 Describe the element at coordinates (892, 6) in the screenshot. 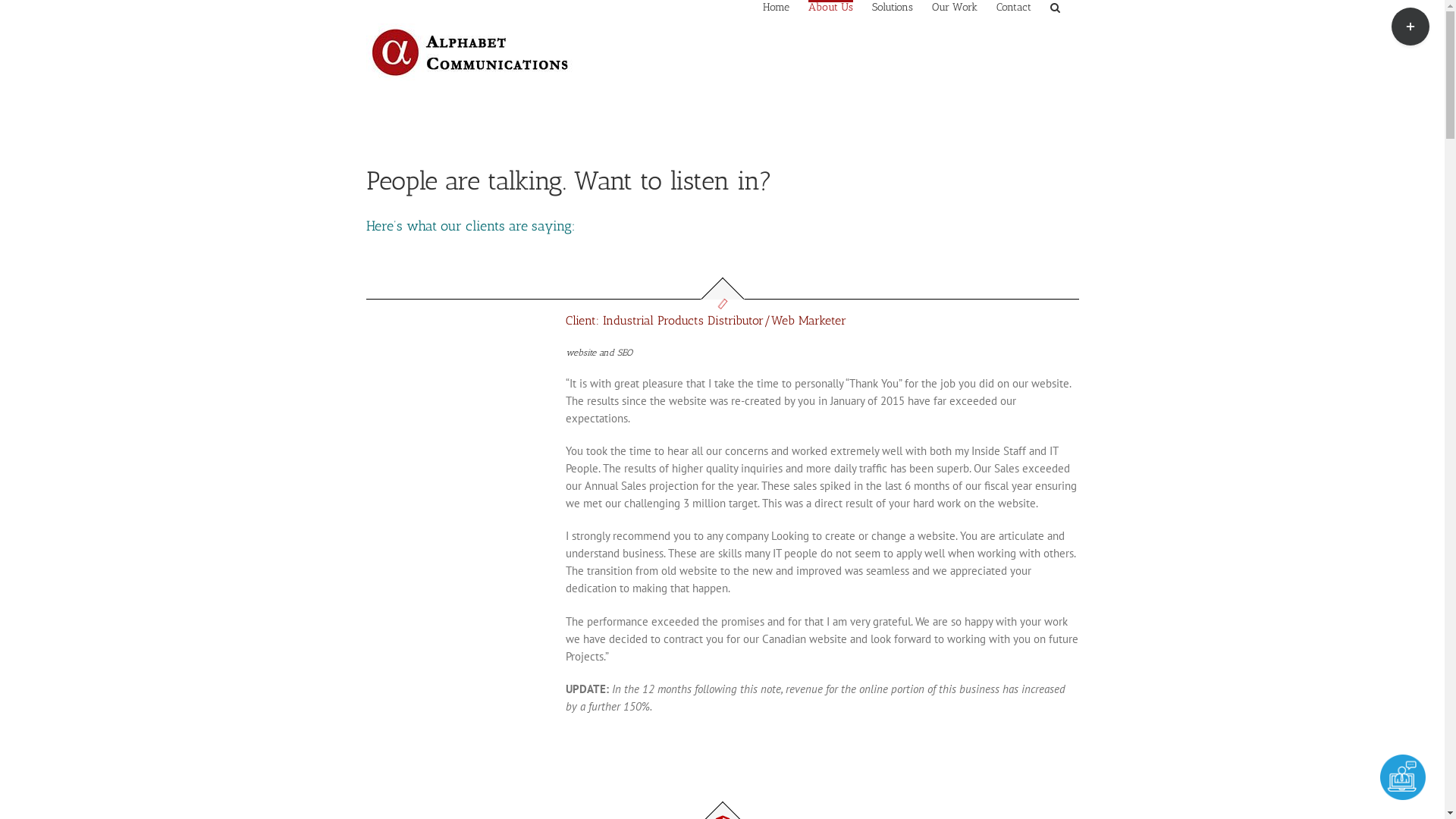

I see `'Solutions'` at that location.